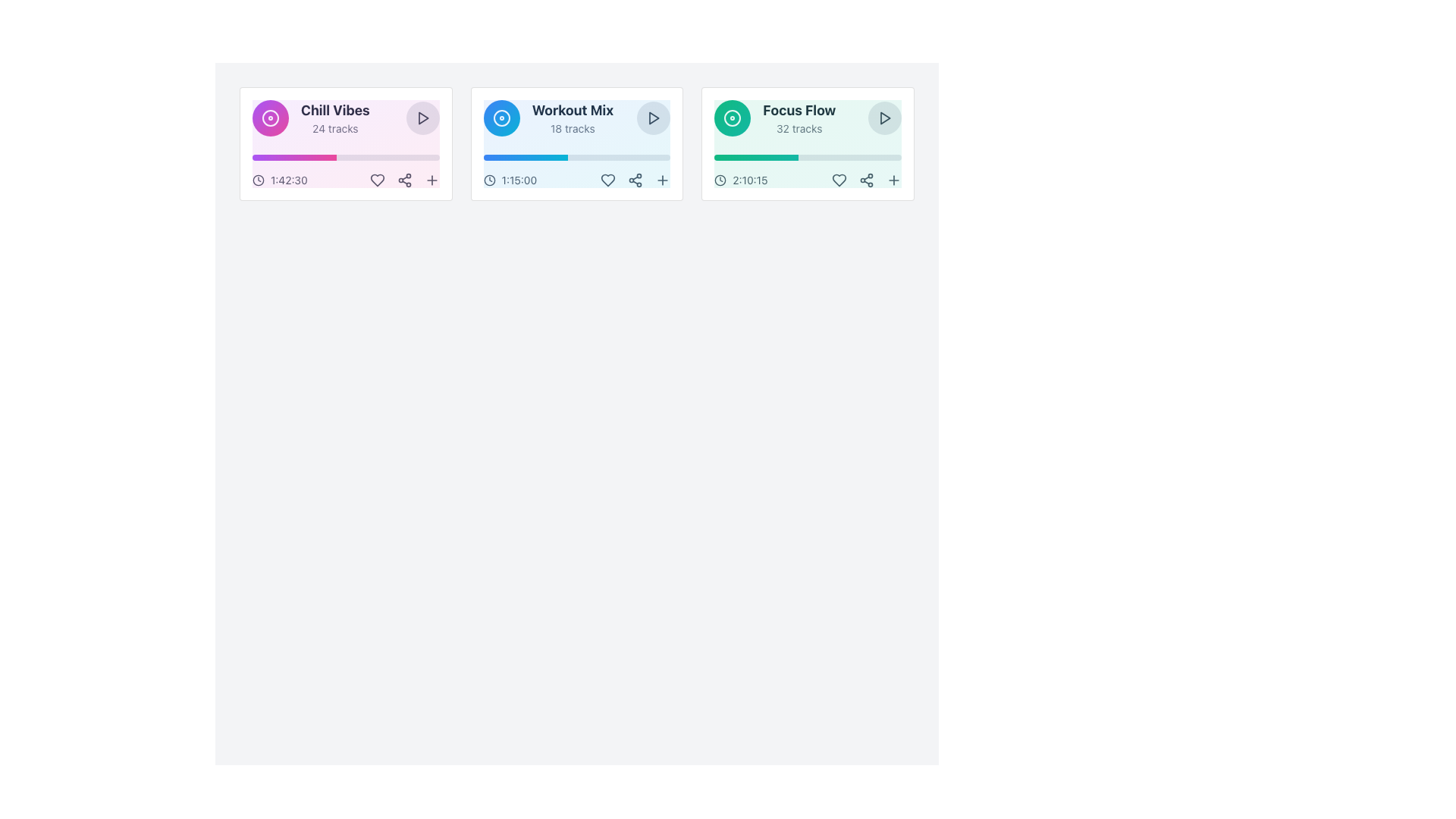  What do you see at coordinates (539, 158) in the screenshot?
I see `the slider` at bounding box center [539, 158].